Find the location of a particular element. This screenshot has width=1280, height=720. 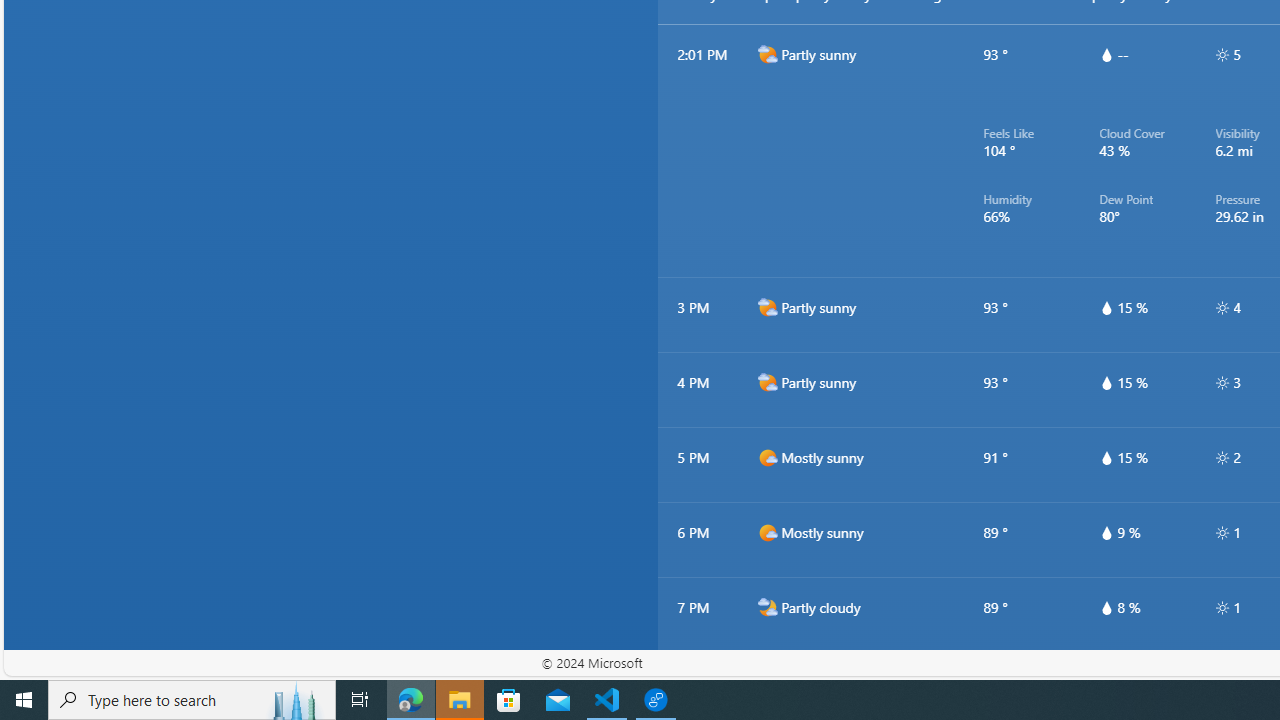

'd1000' is located at coordinates (766, 531).